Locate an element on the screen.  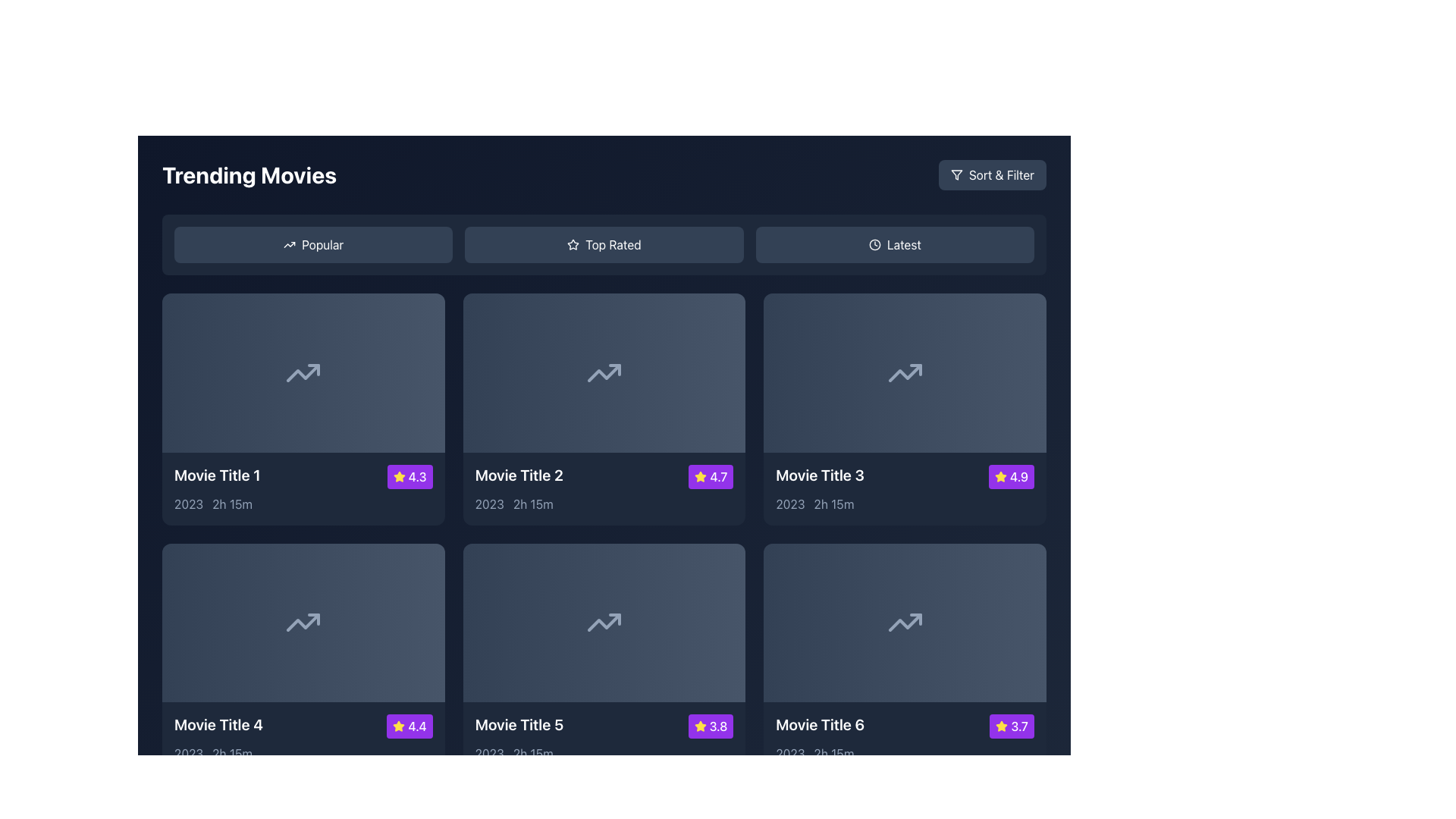
the informational text label displaying the duration of 'Movie Title 4' located in the bottom-left corner of the card is located at coordinates (231, 754).